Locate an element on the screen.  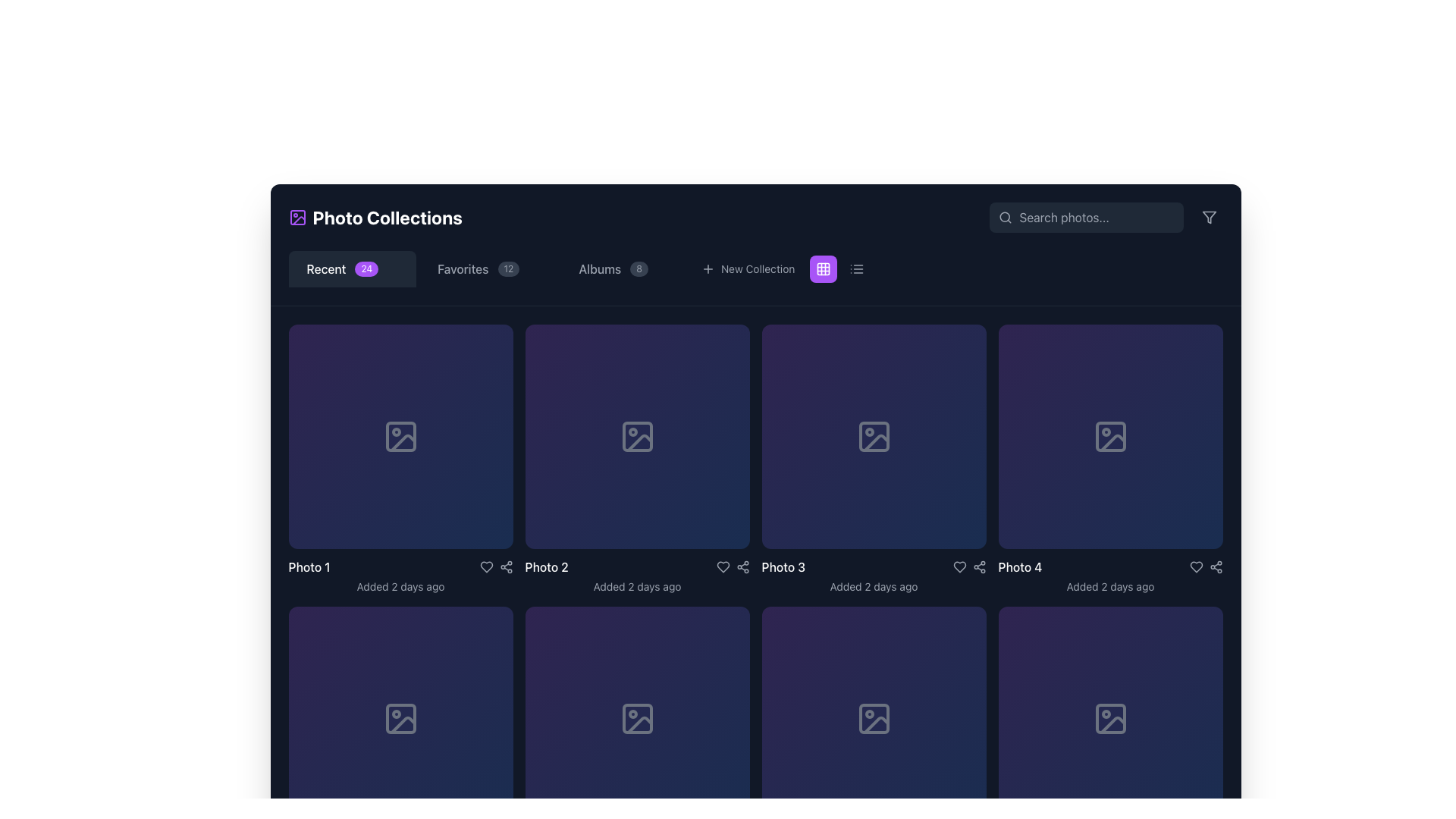
the triangular filter icon located in the top-right corner of the interface is located at coordinates (1208, 217).